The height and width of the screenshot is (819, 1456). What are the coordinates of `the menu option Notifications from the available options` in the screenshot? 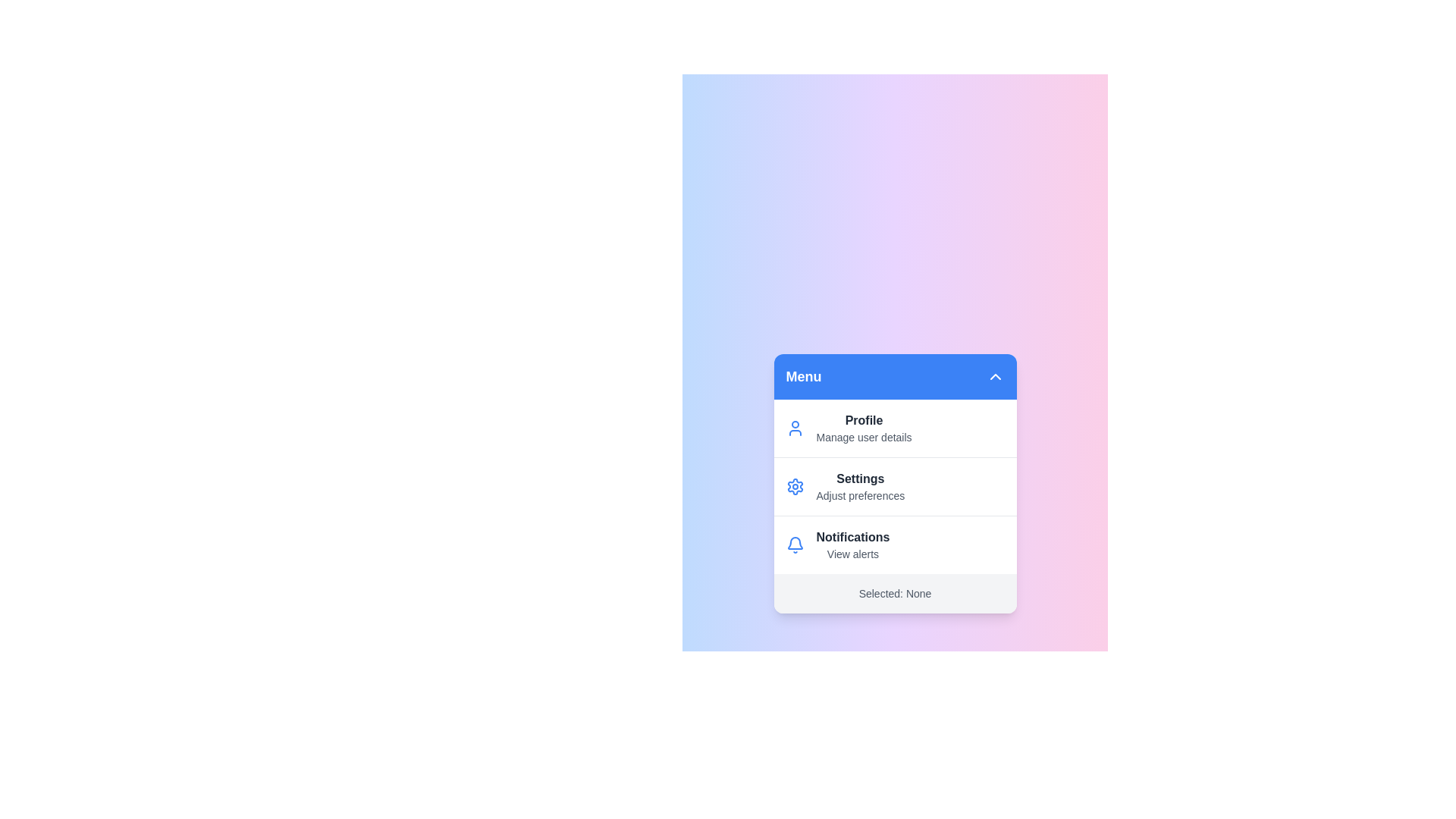 It's located at (895, 544).